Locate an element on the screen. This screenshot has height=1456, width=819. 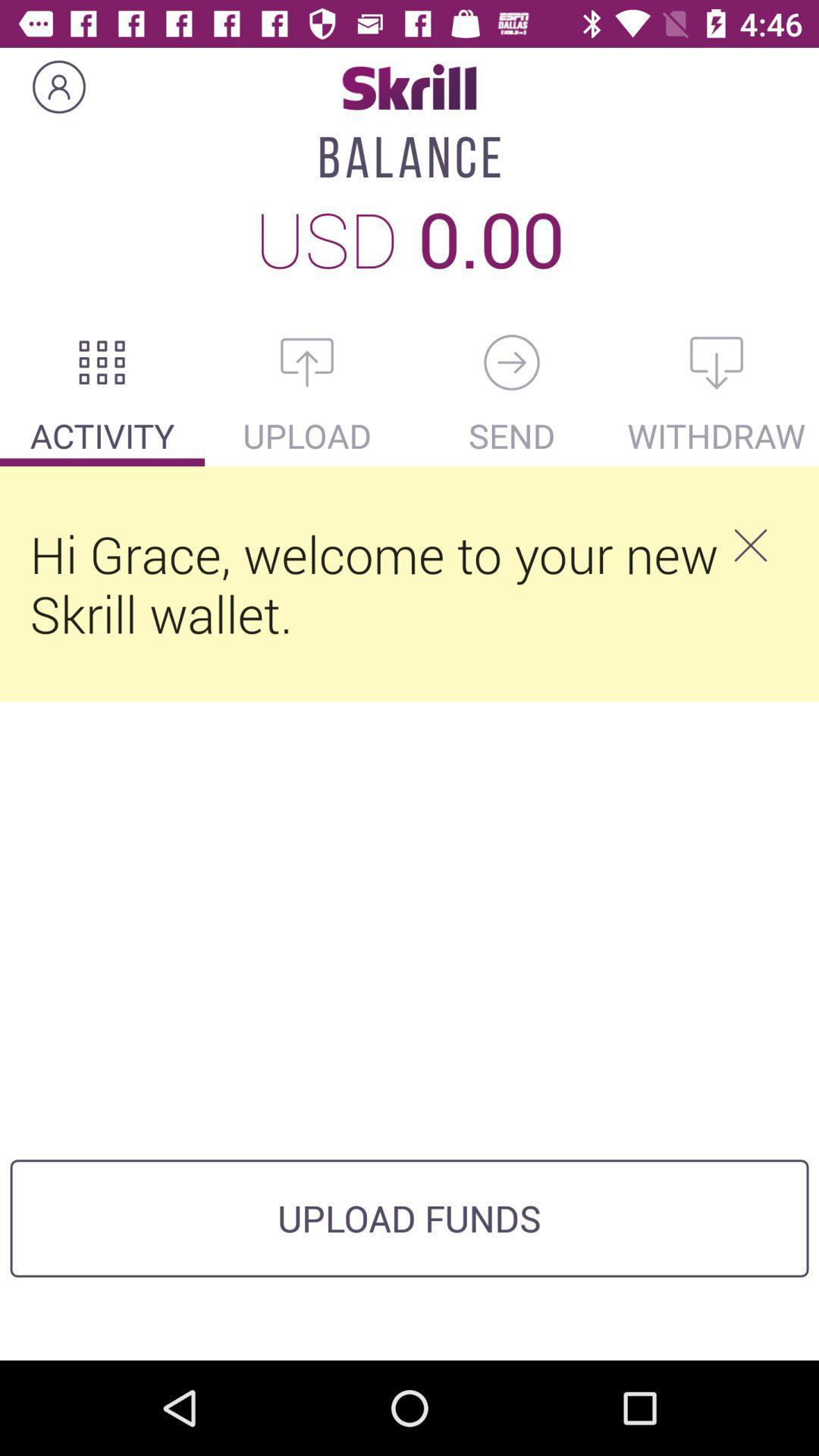
the icon below usd icon is located at coordinates (307, 362).